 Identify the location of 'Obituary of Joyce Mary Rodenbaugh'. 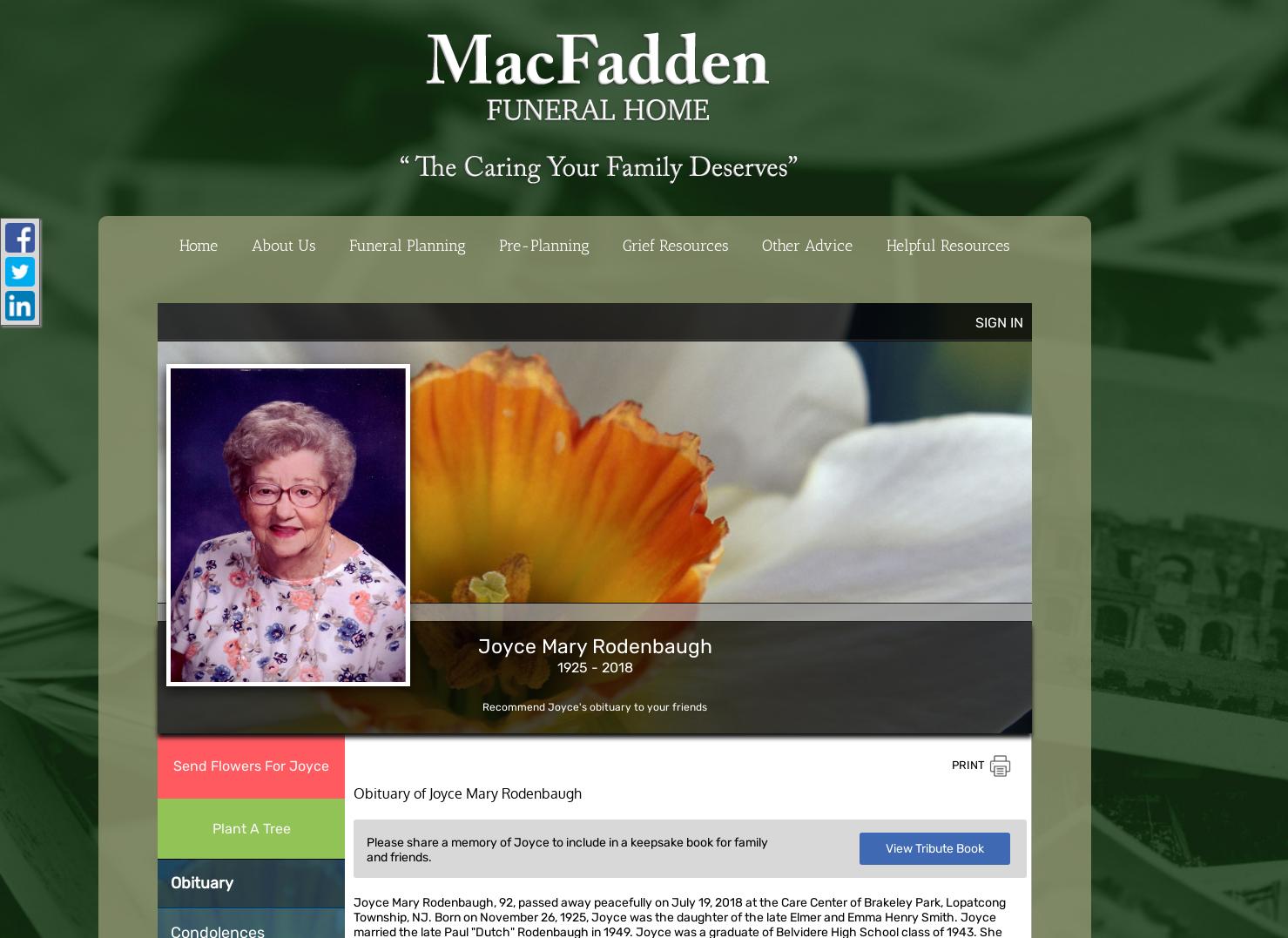
(467, 793).